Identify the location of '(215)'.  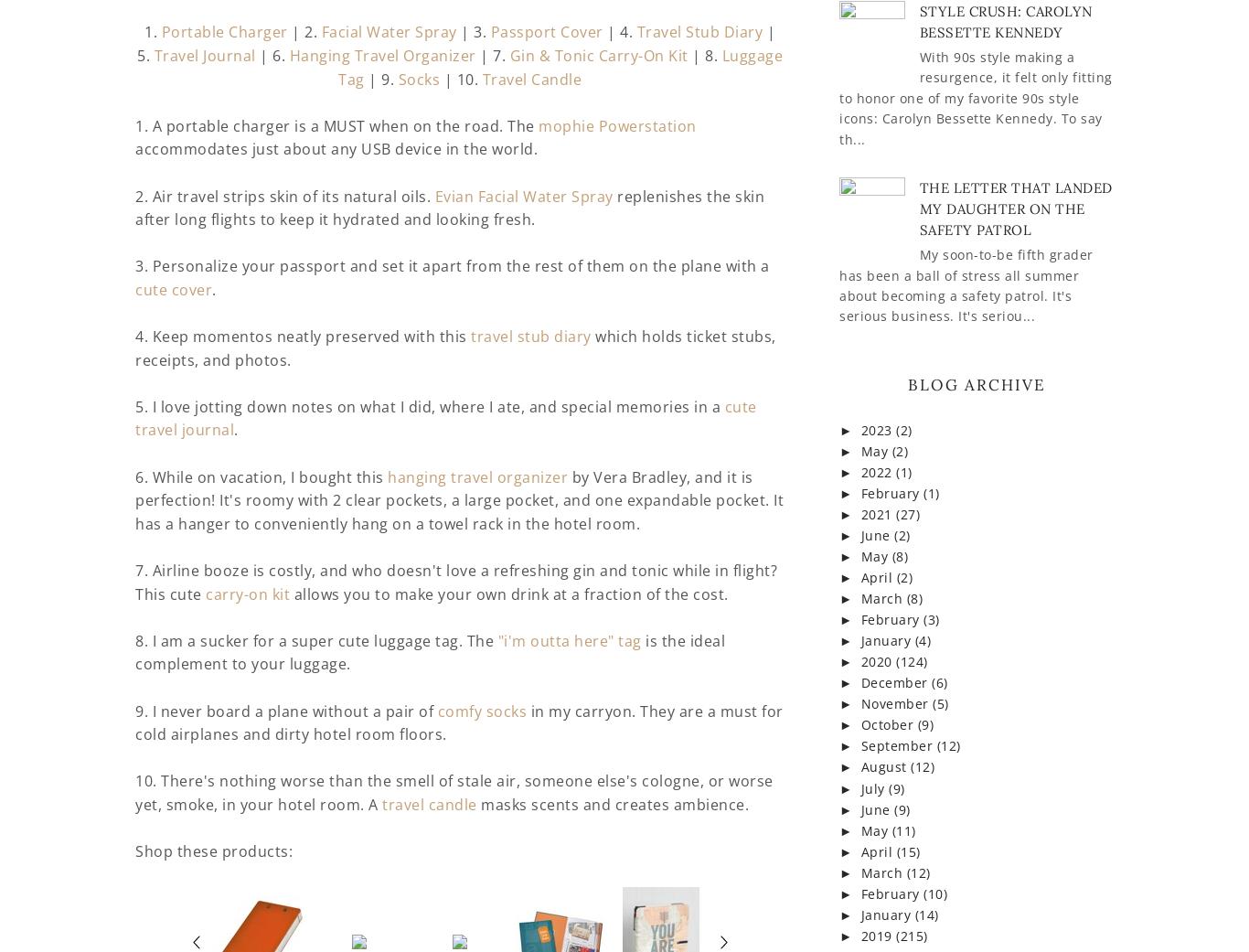
(912, 935).